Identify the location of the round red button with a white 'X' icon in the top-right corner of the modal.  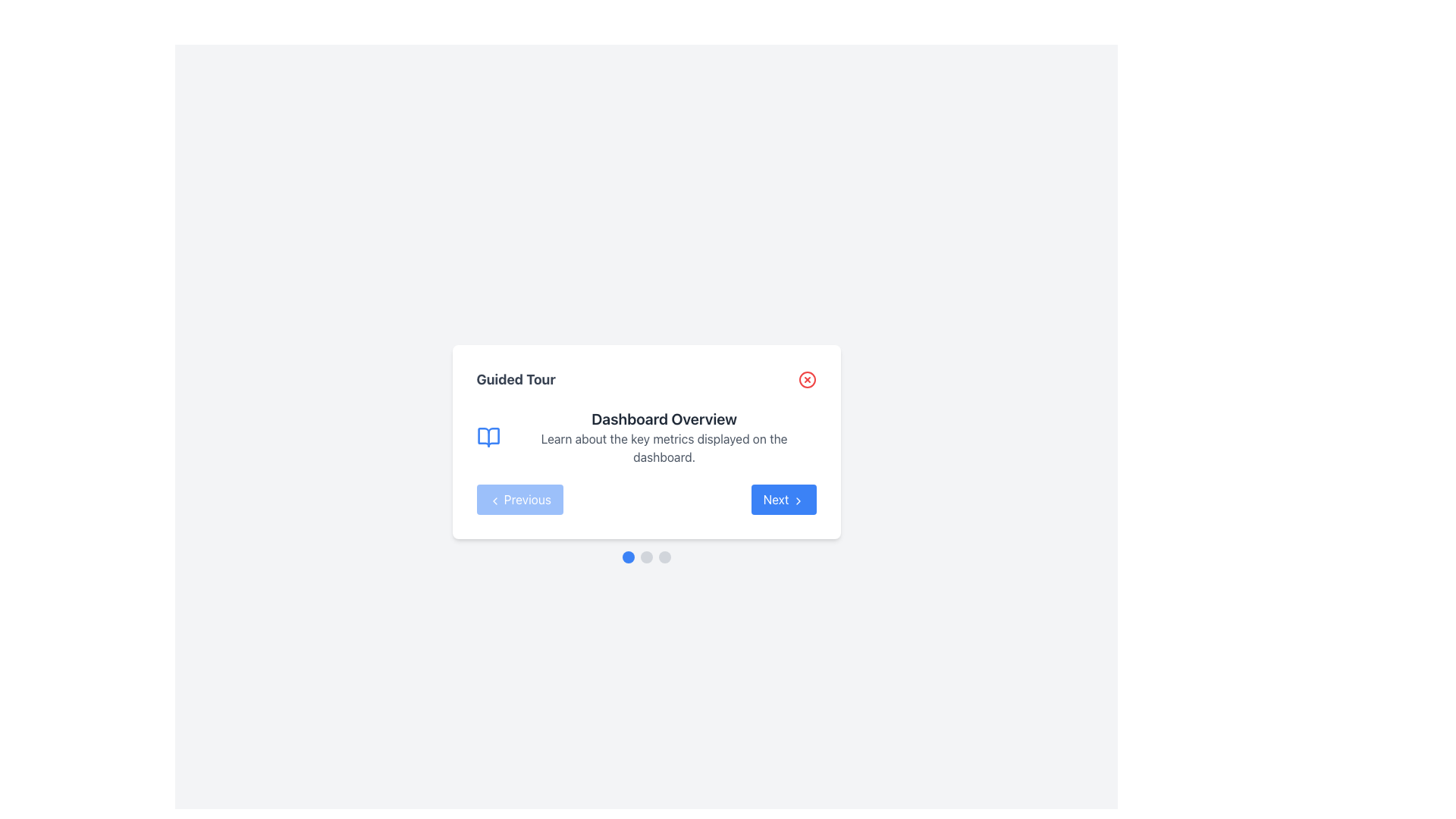
(806, 379).